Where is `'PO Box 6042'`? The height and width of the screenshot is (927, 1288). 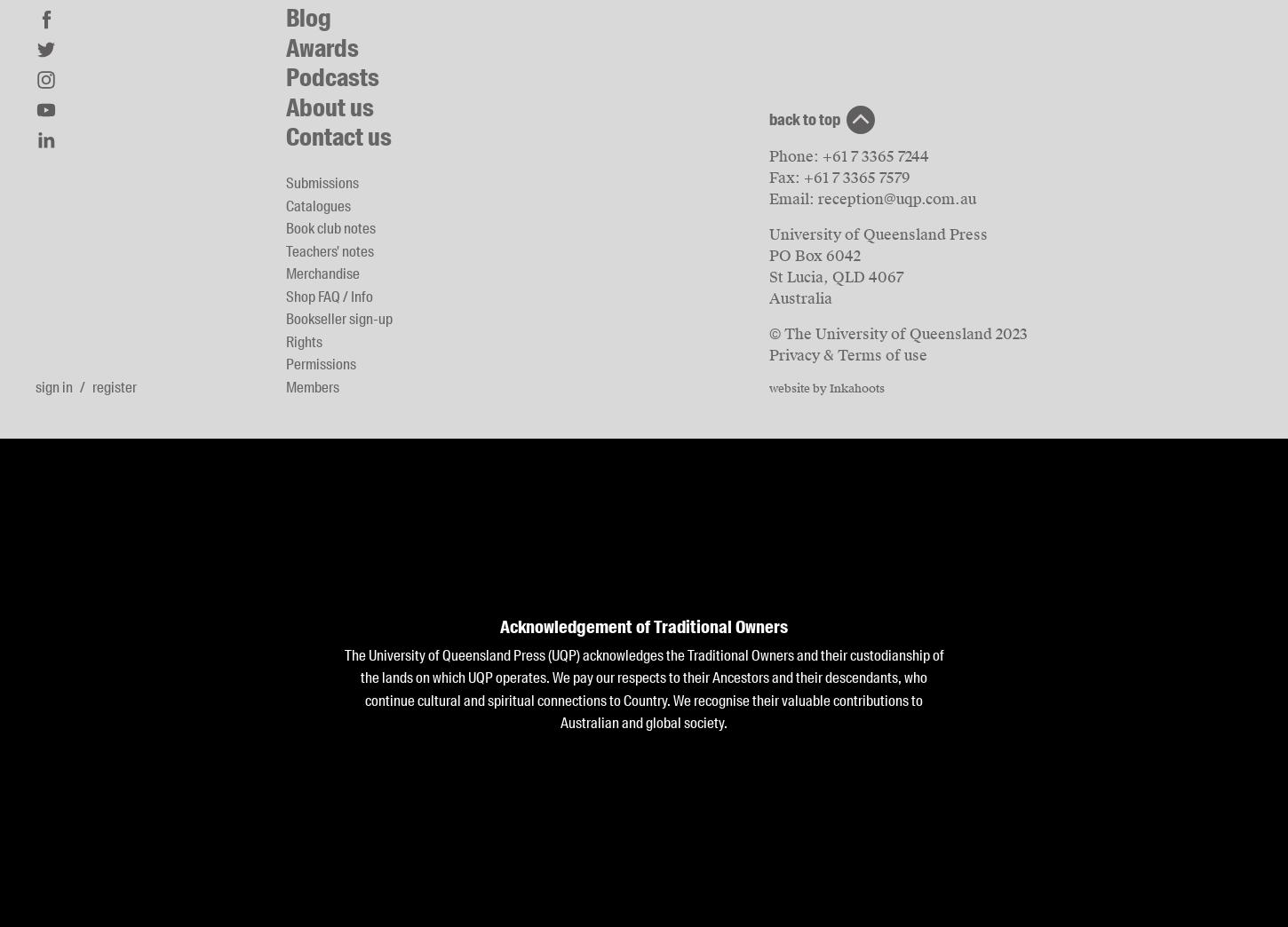 'PO Box 6042' is located at coordinates (767, 254).